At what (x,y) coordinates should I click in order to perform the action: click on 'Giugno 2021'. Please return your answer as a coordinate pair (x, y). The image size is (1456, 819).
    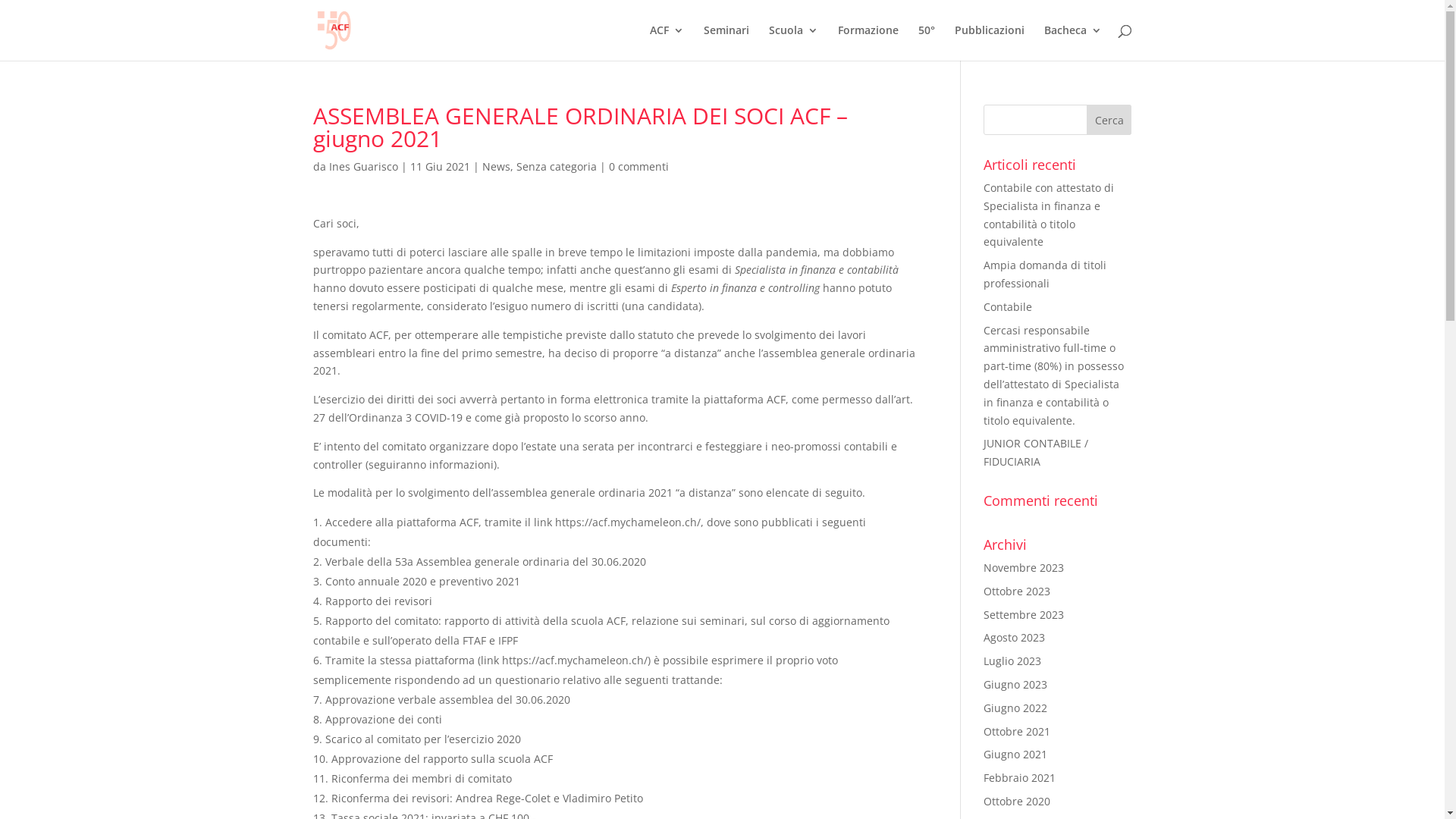
    Looking at the image, I should click on (1015, 754).